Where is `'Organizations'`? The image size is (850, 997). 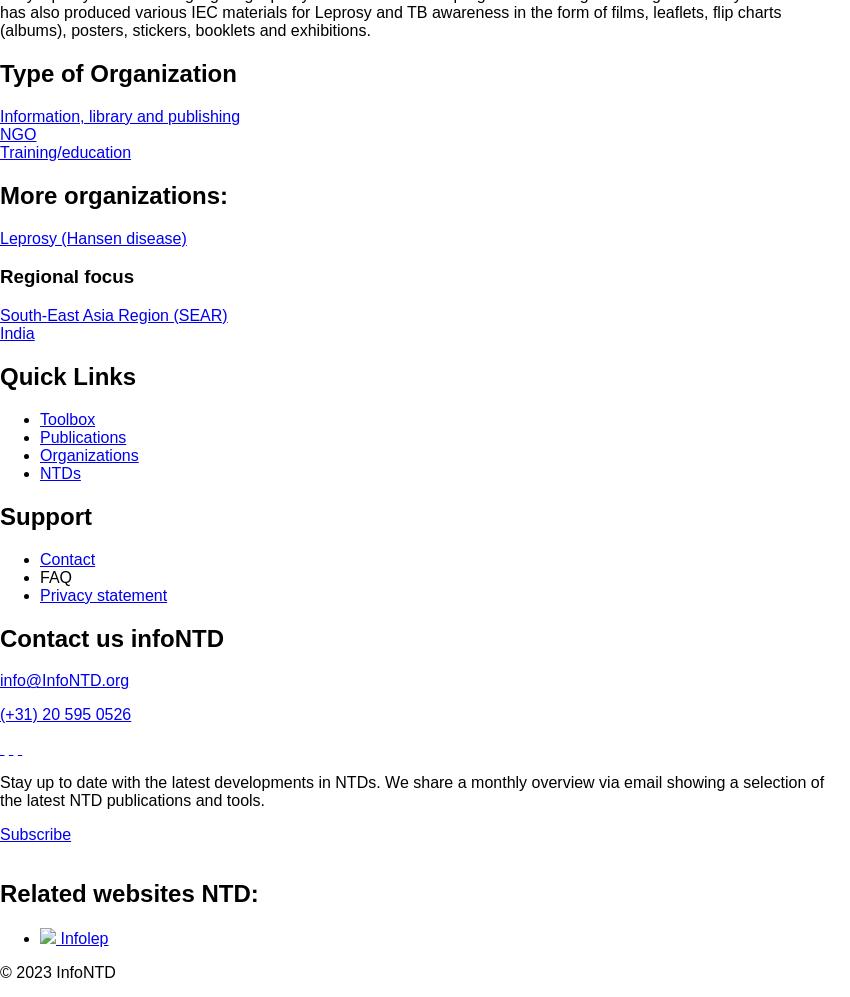
'Organizations' is located at coordinates (87, 454).